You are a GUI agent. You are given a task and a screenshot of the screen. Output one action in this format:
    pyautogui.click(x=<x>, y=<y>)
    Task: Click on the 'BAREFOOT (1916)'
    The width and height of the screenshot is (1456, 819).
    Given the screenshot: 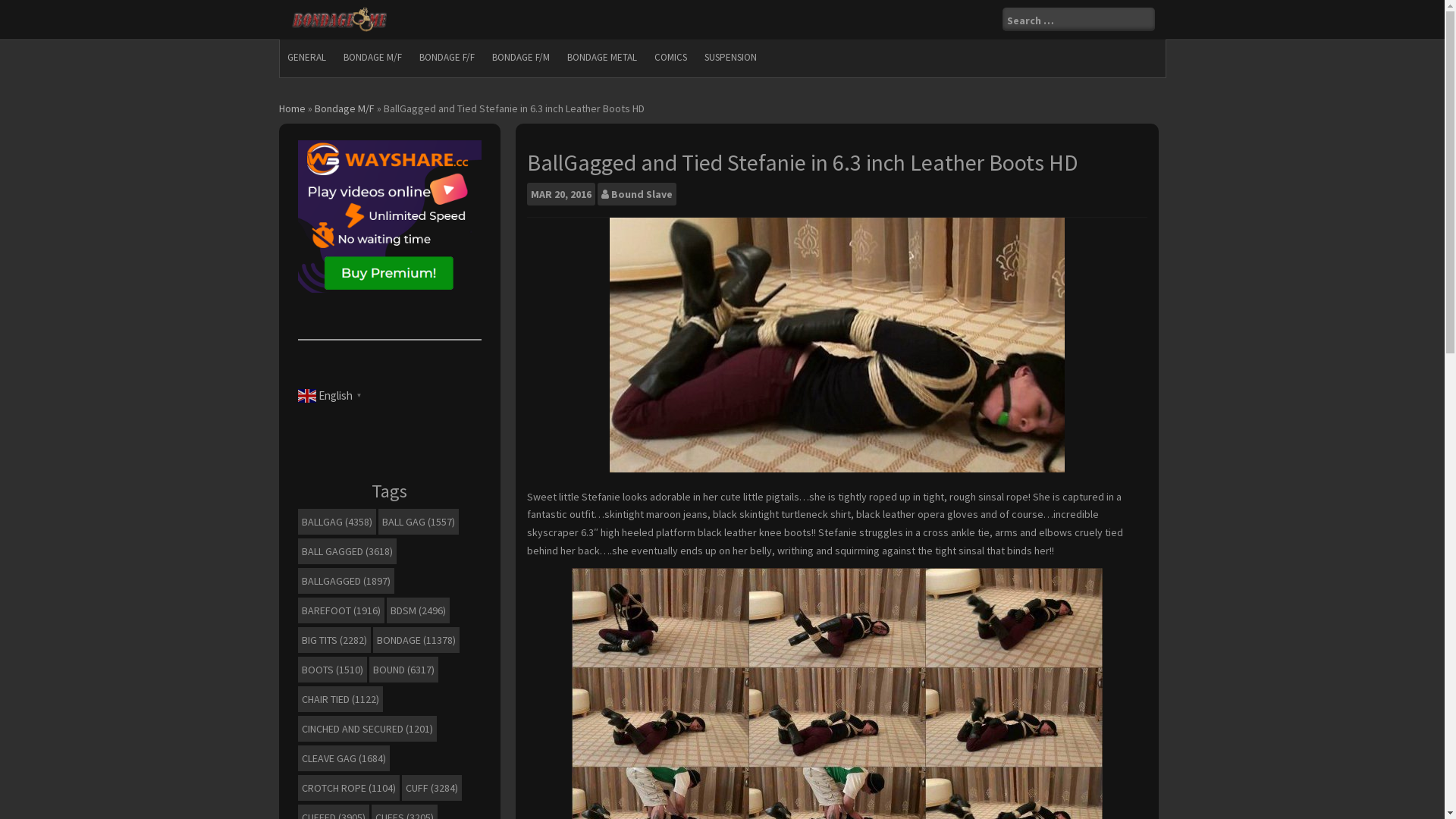 What is the action you would take?
    pyautogui.click(x=297, y=610)
    